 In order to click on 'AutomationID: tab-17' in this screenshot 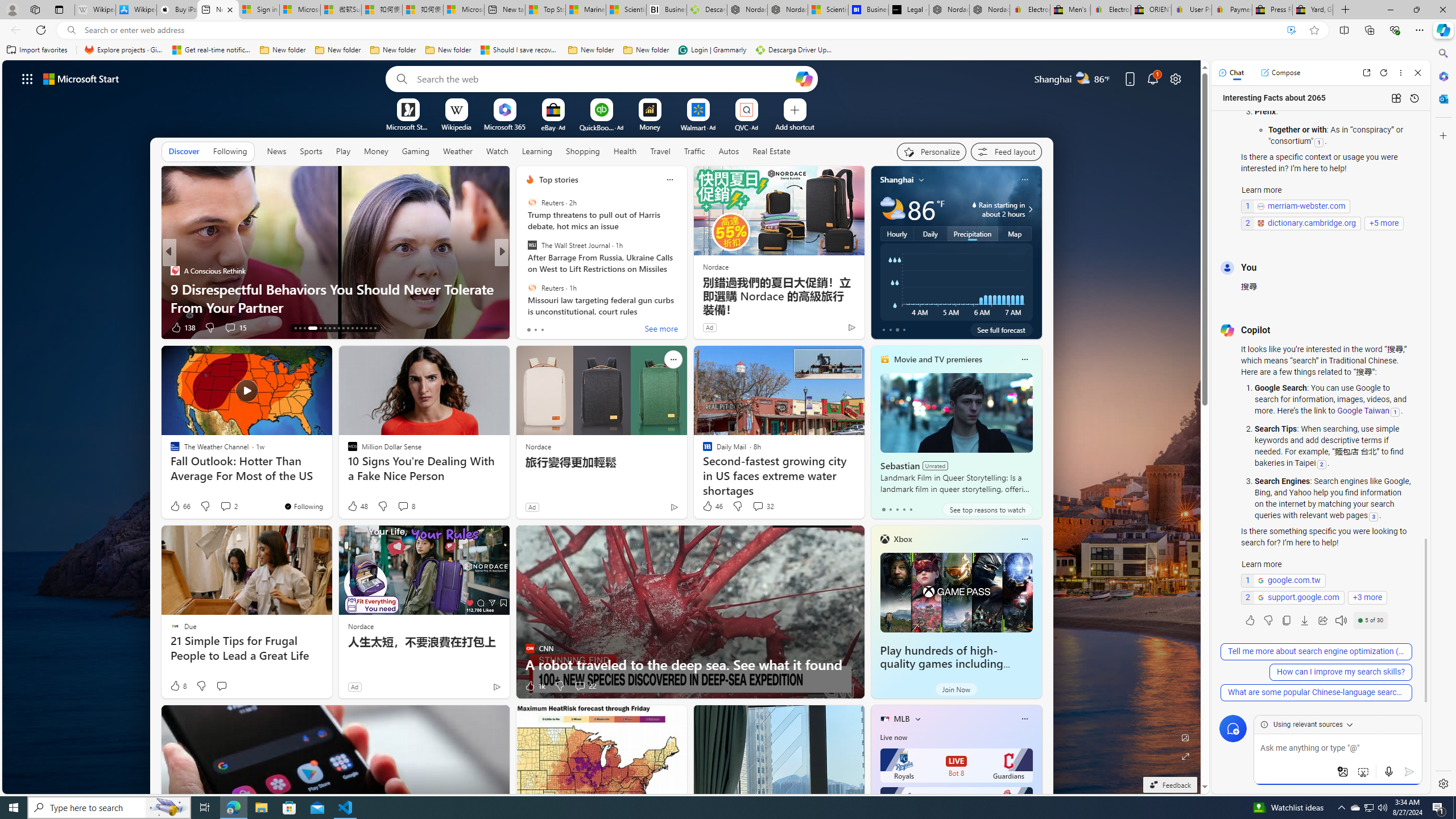, I will do `click(317, 328)`.